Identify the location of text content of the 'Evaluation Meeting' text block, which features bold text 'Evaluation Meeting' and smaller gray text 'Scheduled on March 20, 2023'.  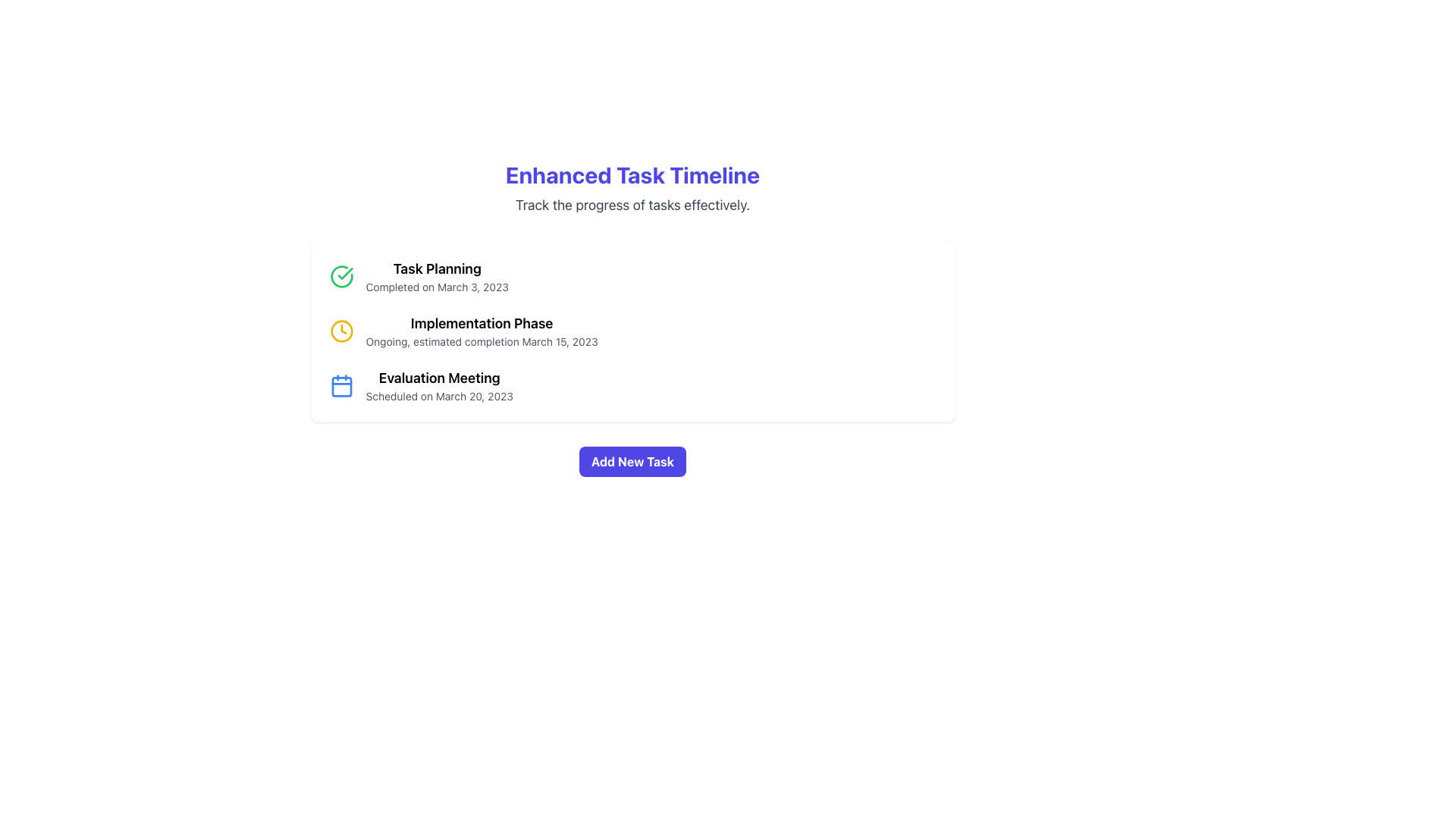
(438, 385).